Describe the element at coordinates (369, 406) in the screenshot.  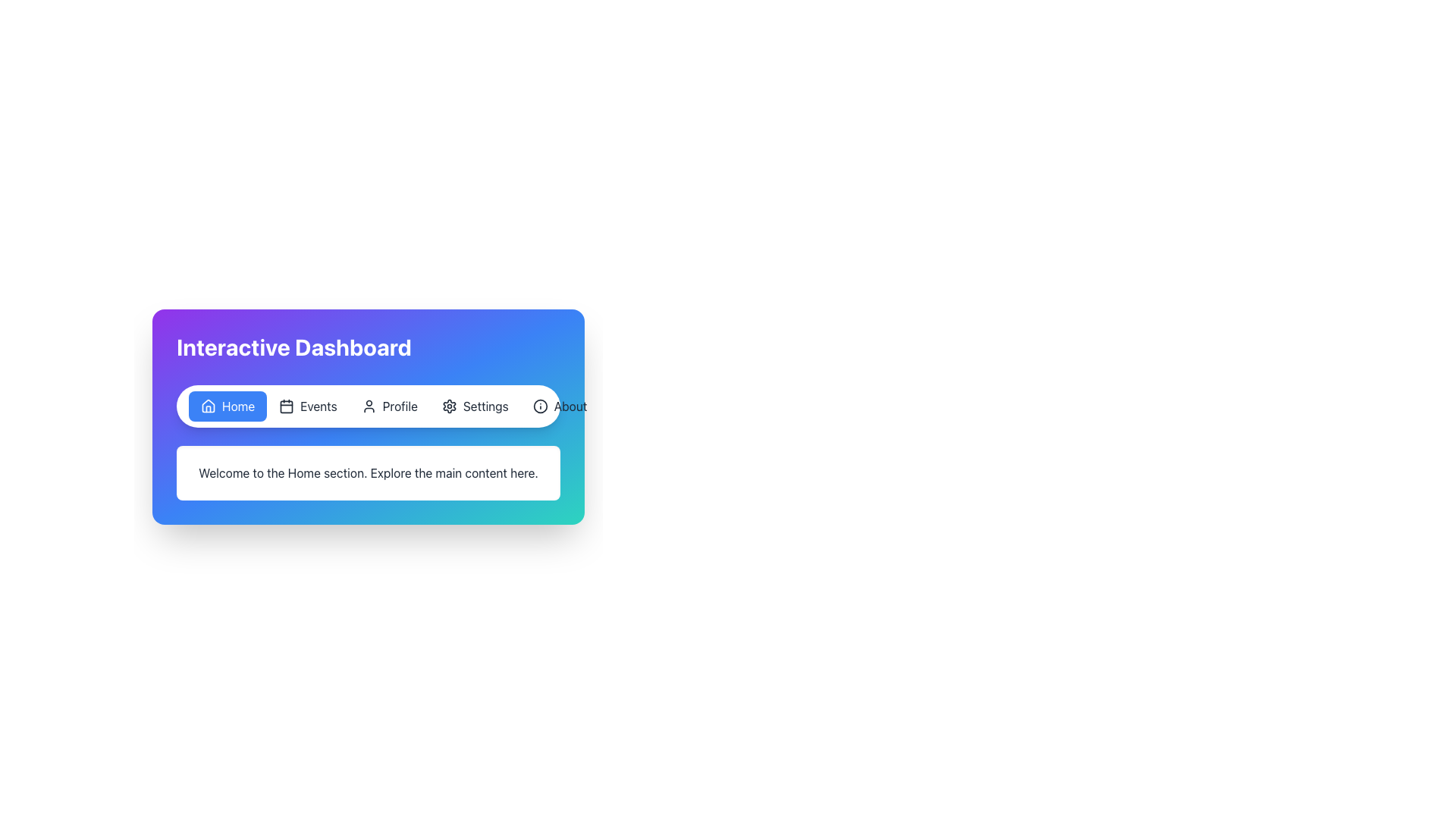
I see `the user account icon located to the left of the text 'Profile' in the horizontal navigation bar` at that location.